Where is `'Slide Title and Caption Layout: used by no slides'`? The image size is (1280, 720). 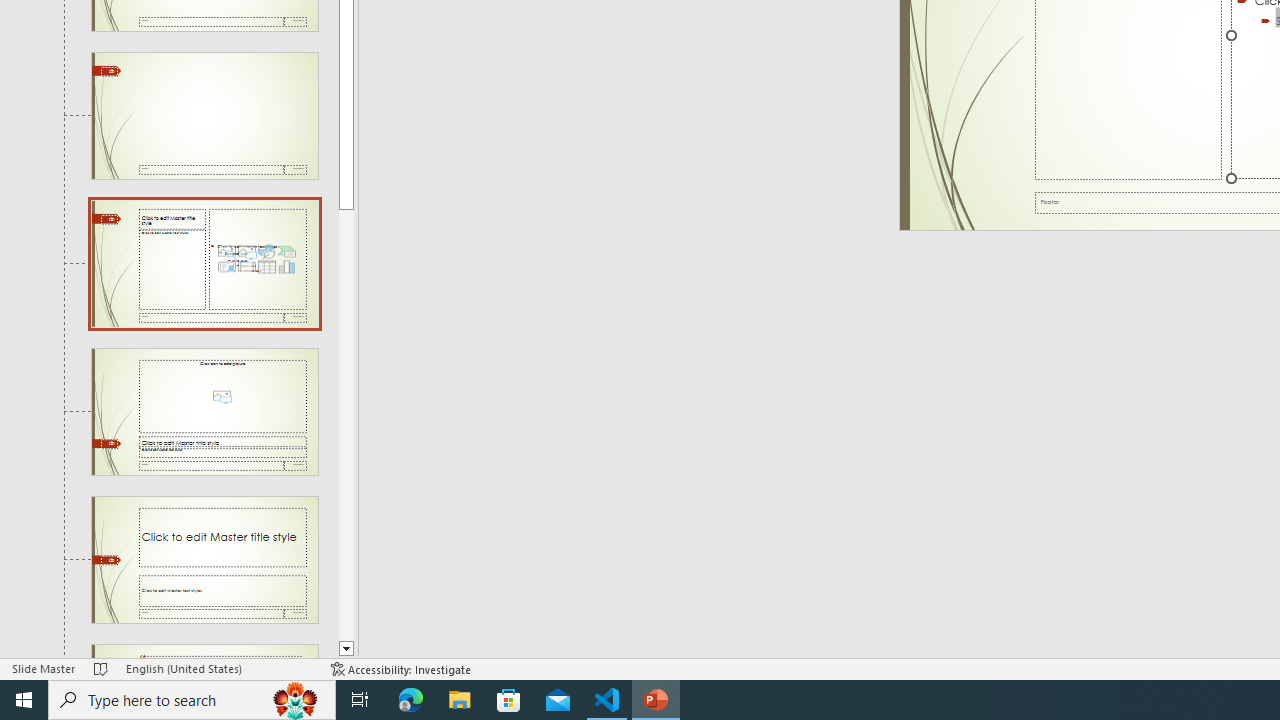 'Slide Title and Caption Layout: used by no slides' is located at coordinates (204, 559).